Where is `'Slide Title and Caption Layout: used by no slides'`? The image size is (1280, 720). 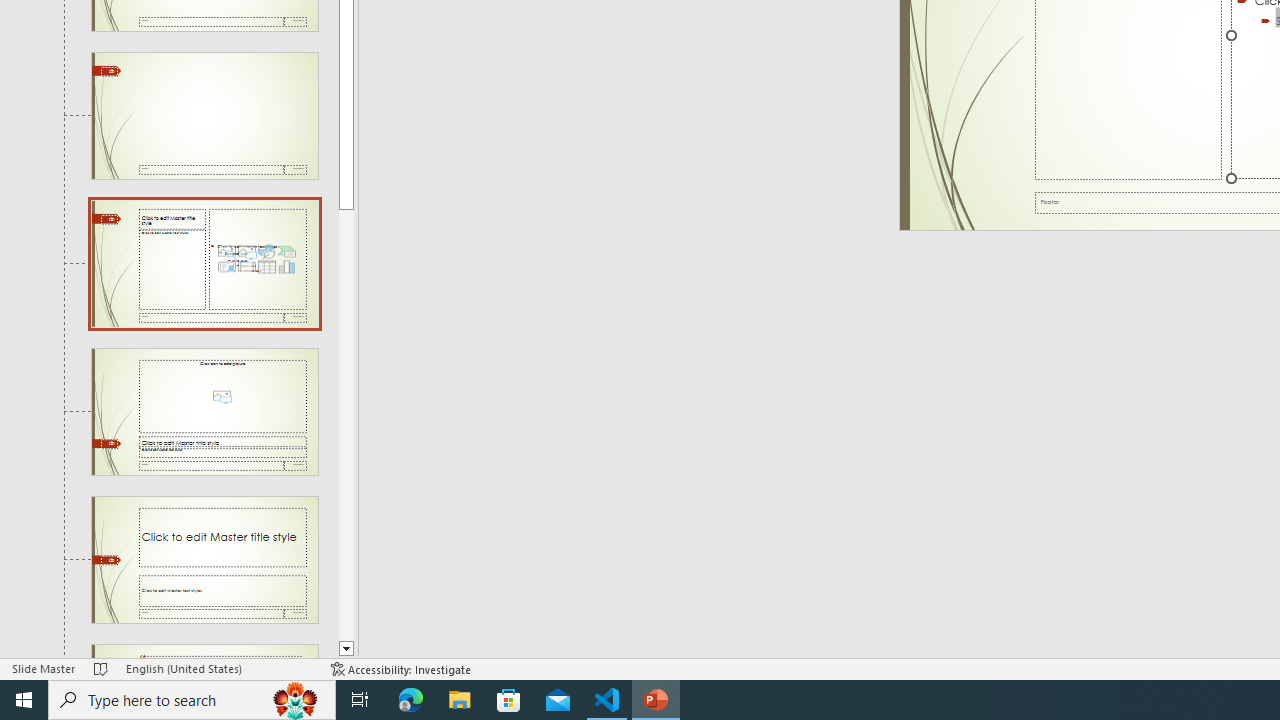 'Slide Title and Caption Layout: used by no slides' is located at coordinates (204, 559).